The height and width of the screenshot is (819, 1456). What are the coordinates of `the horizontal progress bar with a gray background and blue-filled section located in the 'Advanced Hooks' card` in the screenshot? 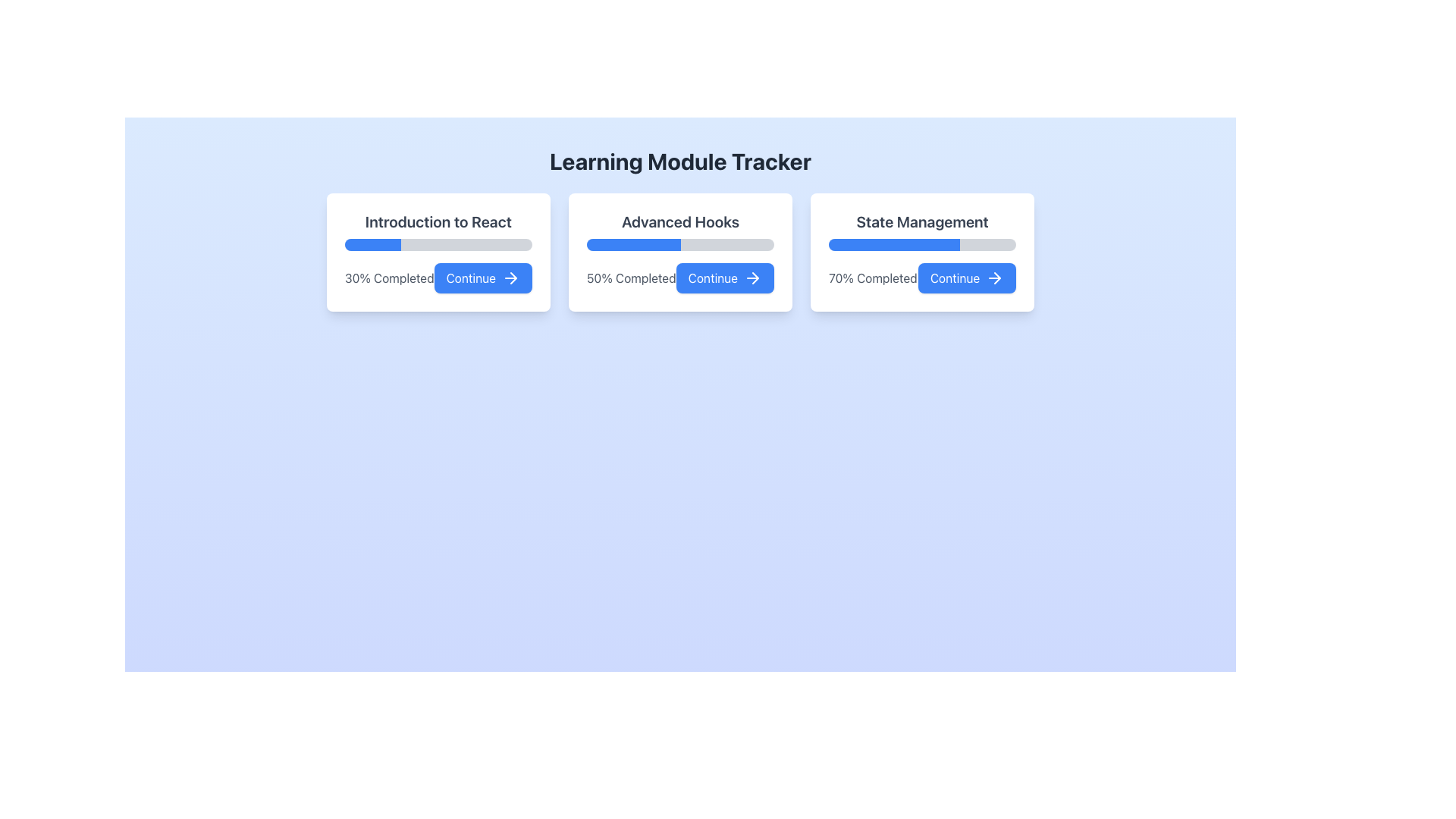 It's located at (679, 244).